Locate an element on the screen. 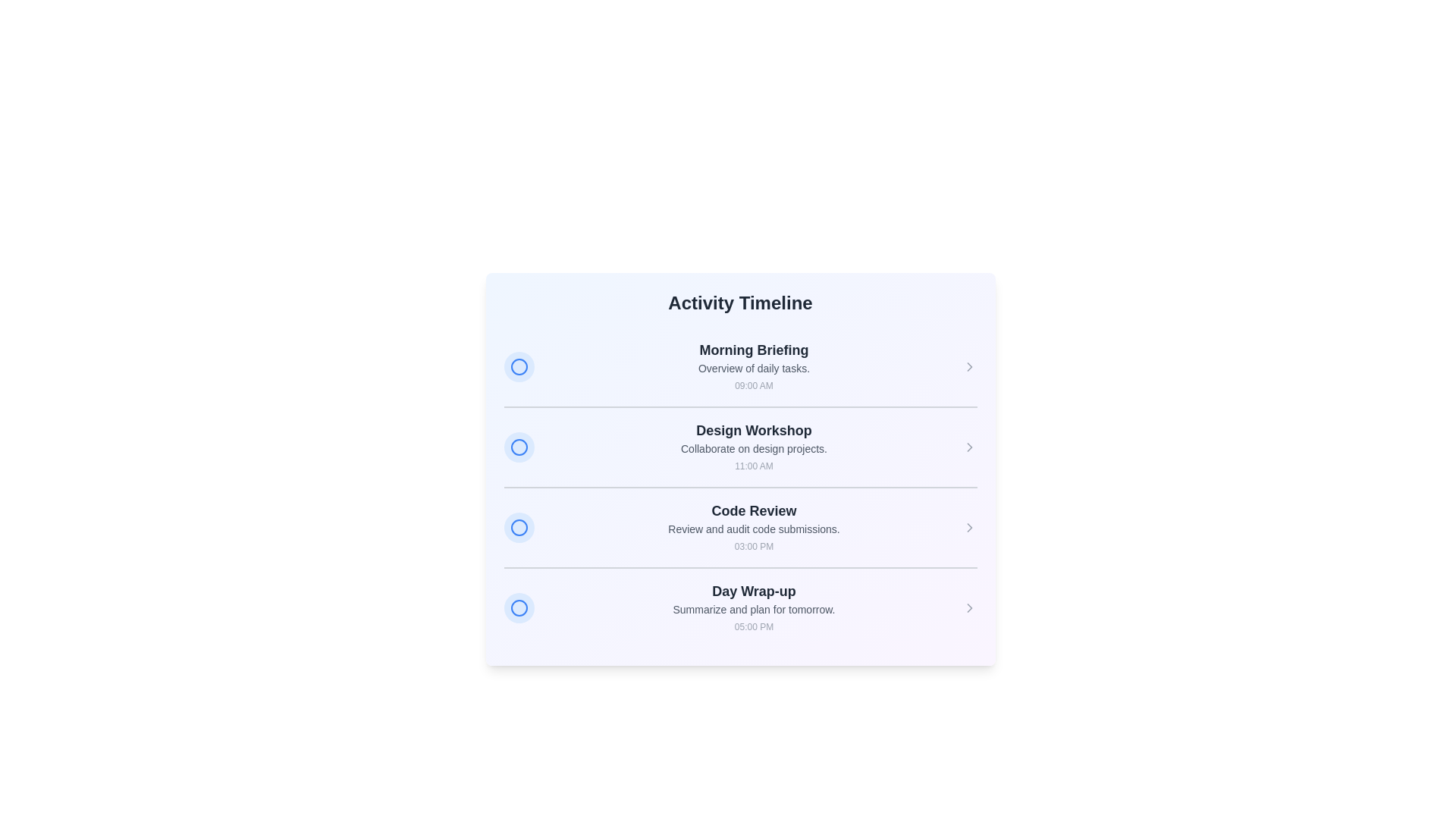 This screenshot has height=819, width=1456. the static text display titled 'Morning Briefing' that shows an overview of daily tasks and a timestamp of '09:00 AM' is located at coordinates (754, 366).